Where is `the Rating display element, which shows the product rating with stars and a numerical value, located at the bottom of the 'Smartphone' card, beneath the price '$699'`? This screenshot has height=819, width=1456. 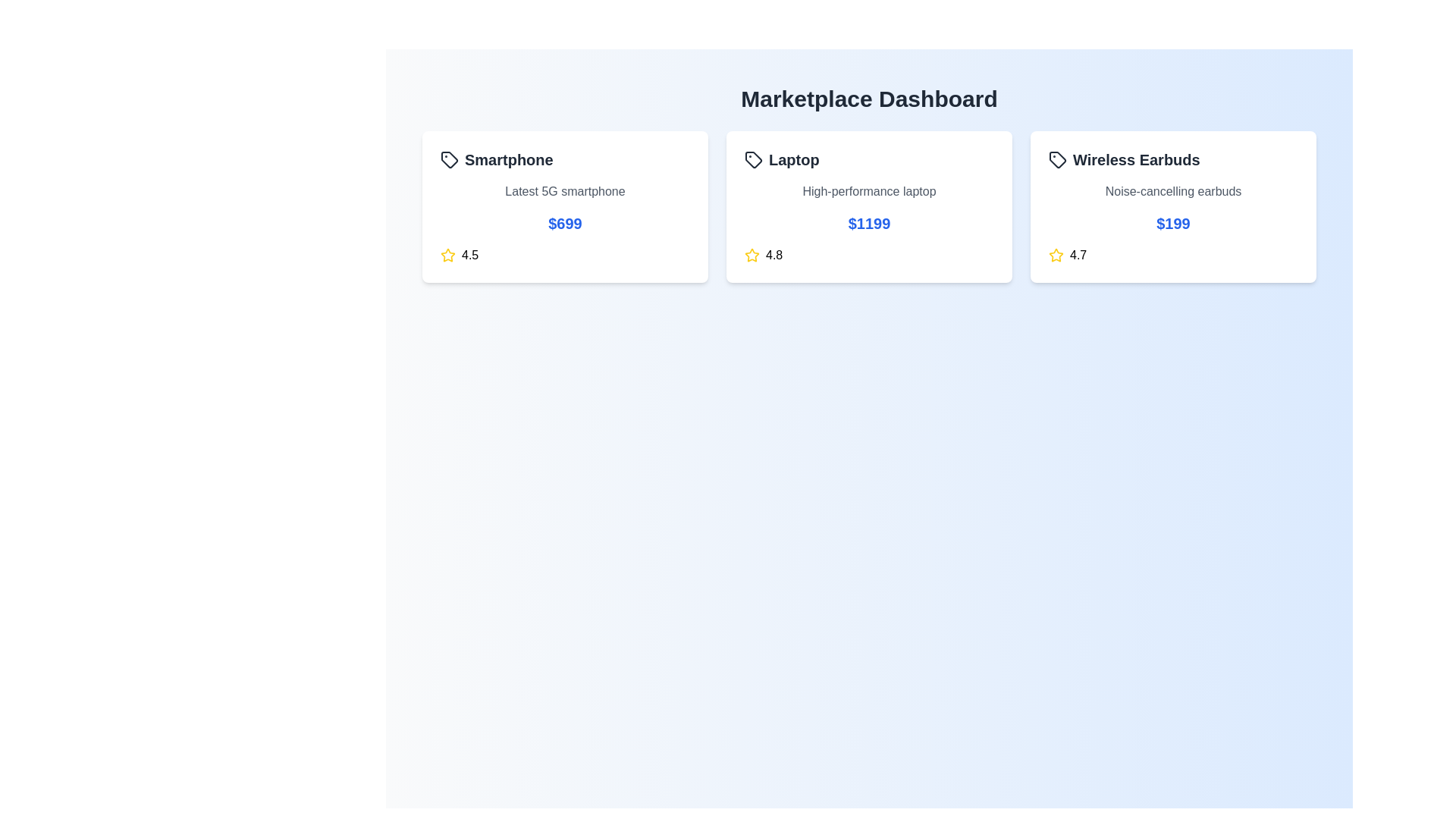
the Rating display element, which shows the product rating with stars and a numerical value, located at the bottom of the 'Smartphone' card, beneath the price '$699' is located at coordinates (564, 254).